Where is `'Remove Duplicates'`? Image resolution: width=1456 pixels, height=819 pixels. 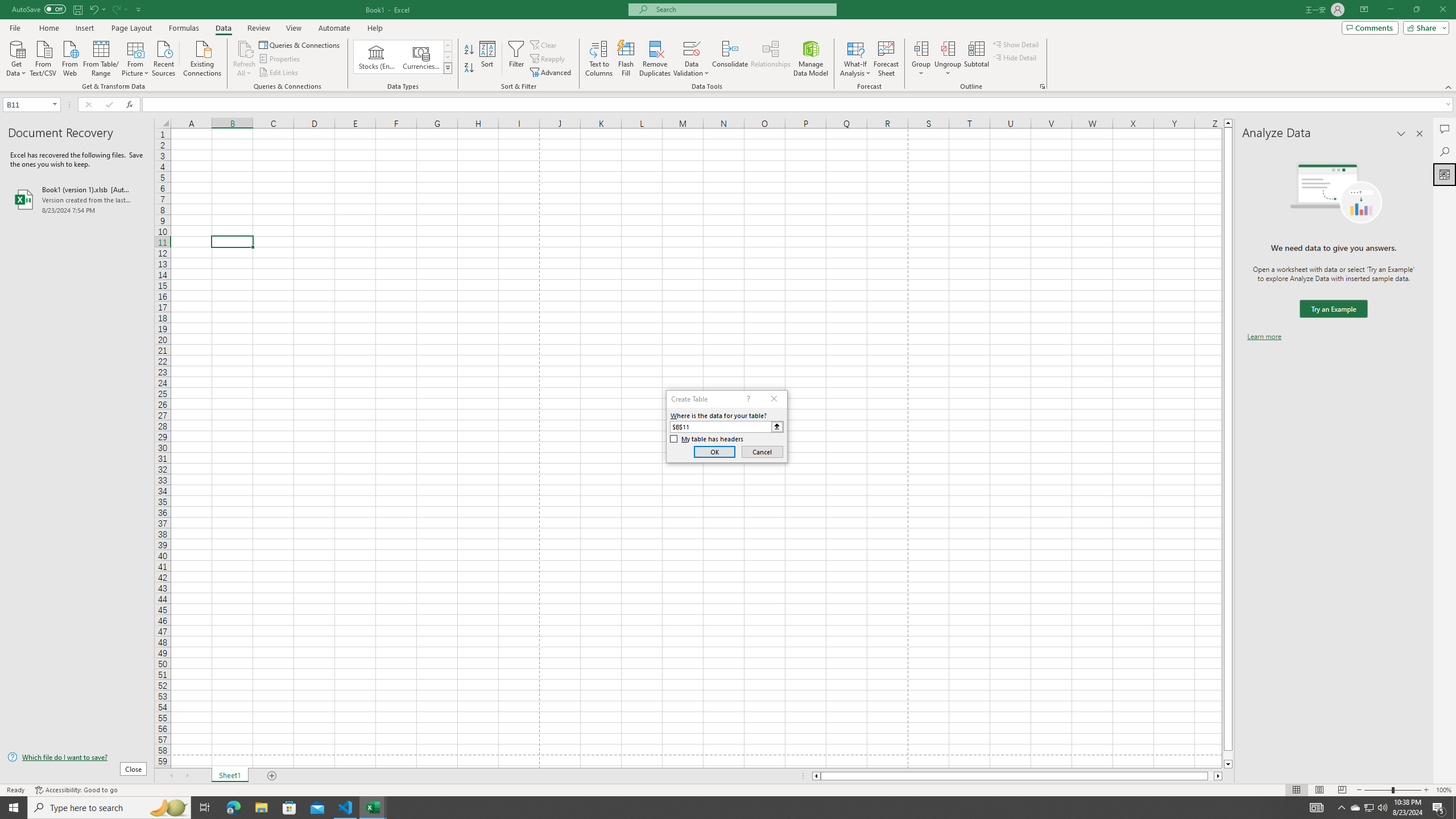 'Remove Duplicates' is located at coordinates (655, 59).